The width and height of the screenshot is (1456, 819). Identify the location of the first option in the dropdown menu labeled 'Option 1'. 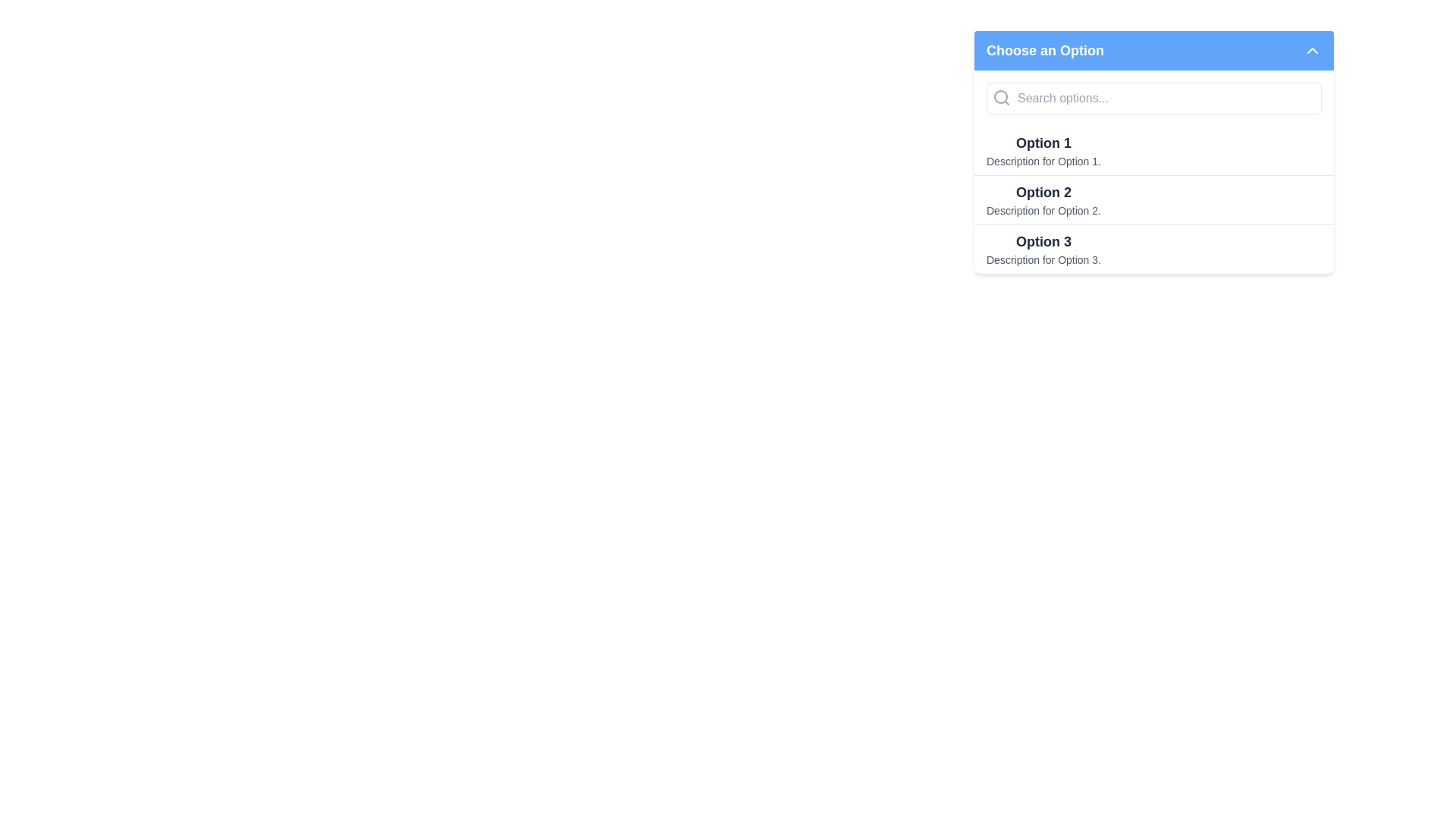
(1043, 151).